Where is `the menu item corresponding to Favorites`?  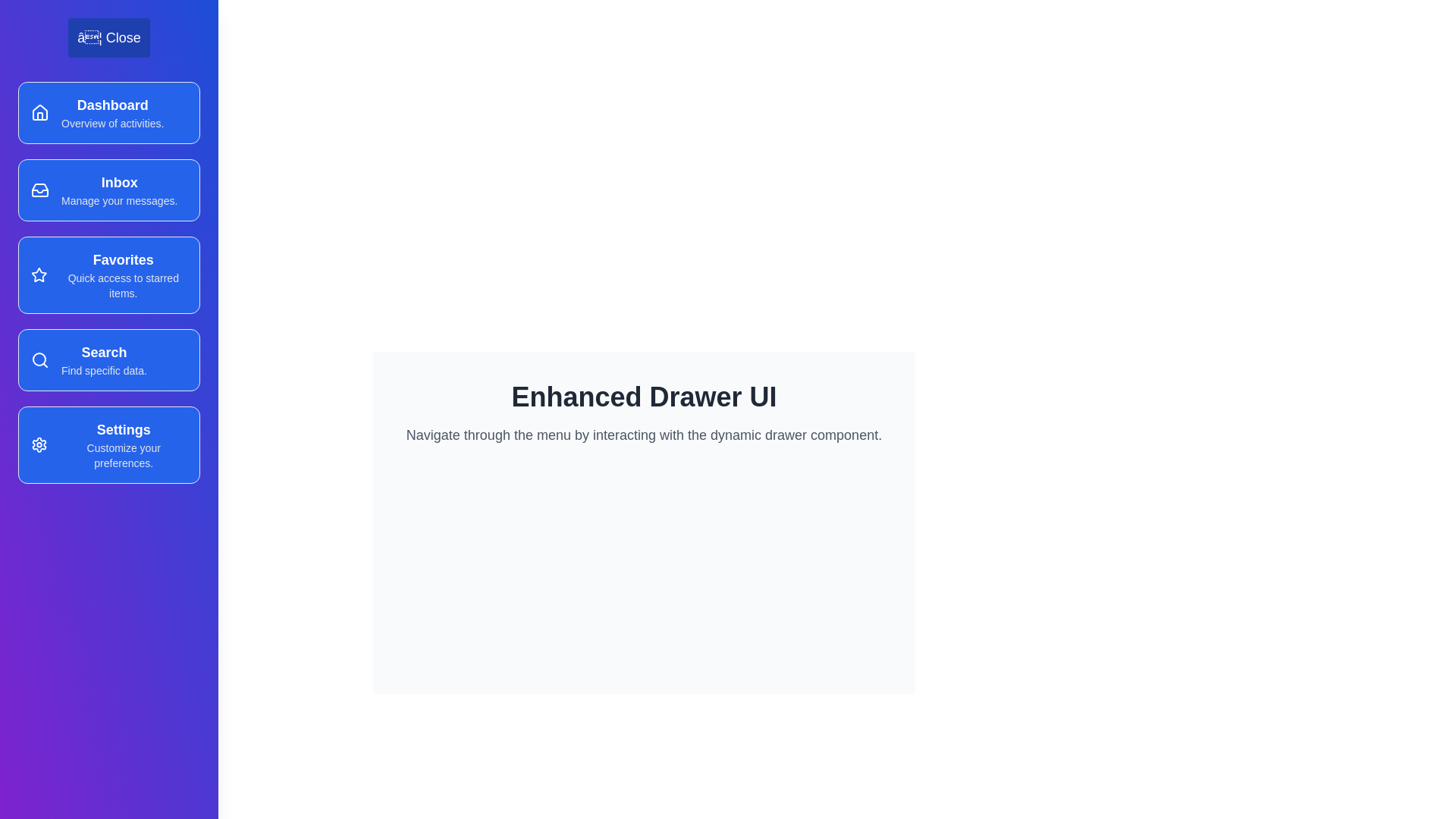
the menu item corresponding to Favorites is located at coordinates (108, 275).